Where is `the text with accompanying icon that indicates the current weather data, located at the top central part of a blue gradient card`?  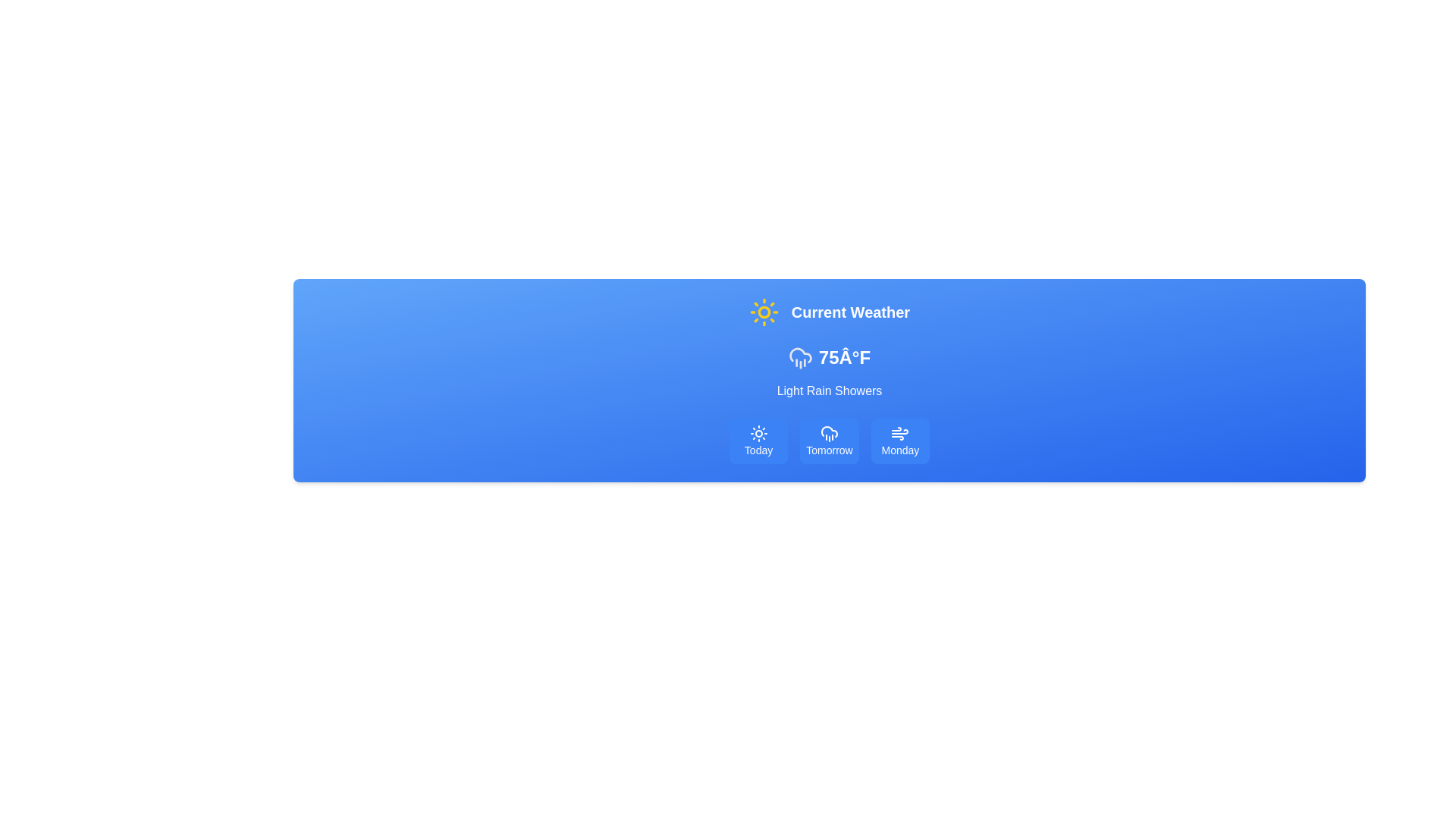
the text with accompanying icon that indicates the current weather data, located at the top central part of a blue gradient card is located at coordinates (829, 312).